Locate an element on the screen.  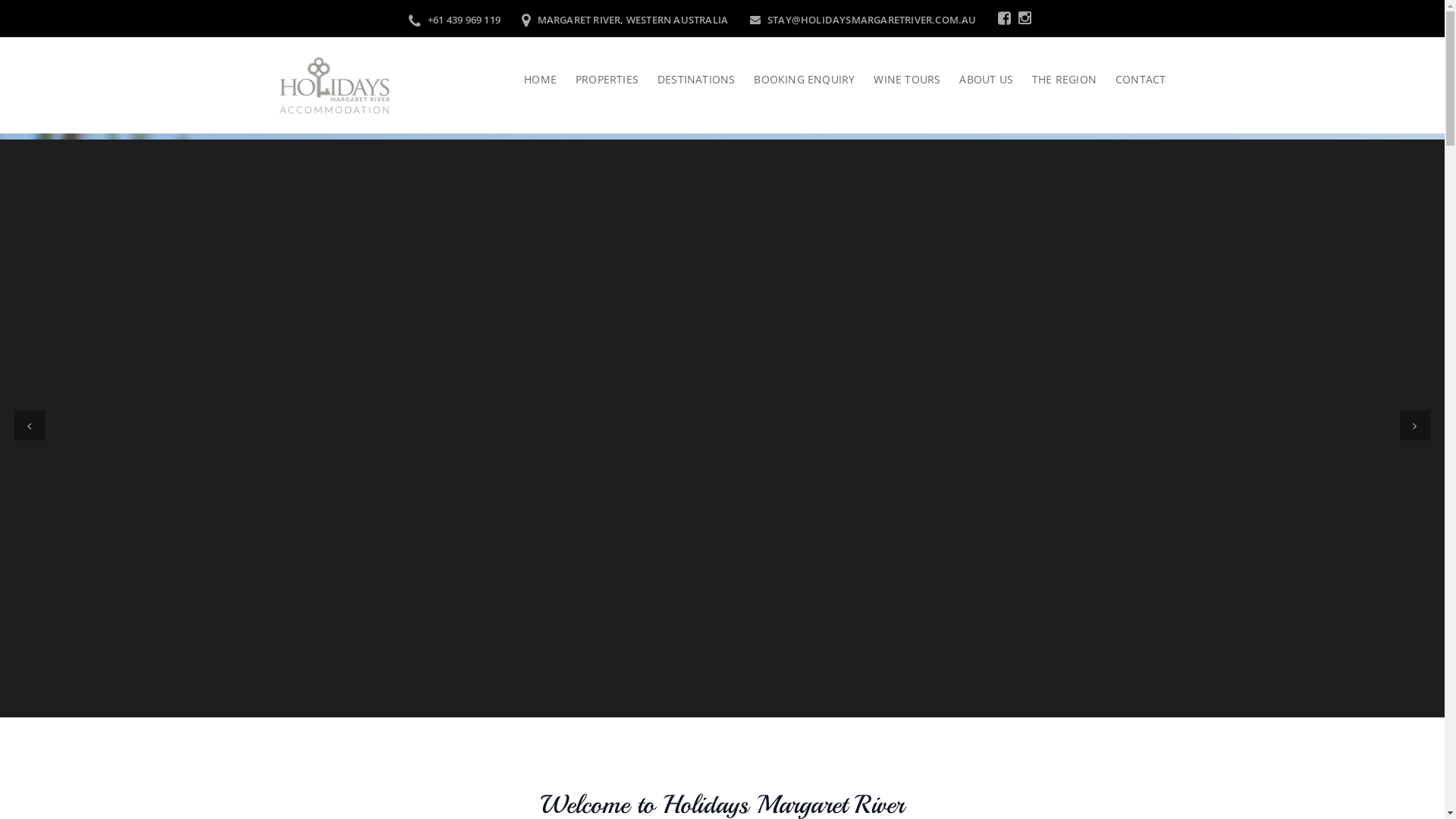
'+61 439 969 119' is located at coordinates (408, 18).